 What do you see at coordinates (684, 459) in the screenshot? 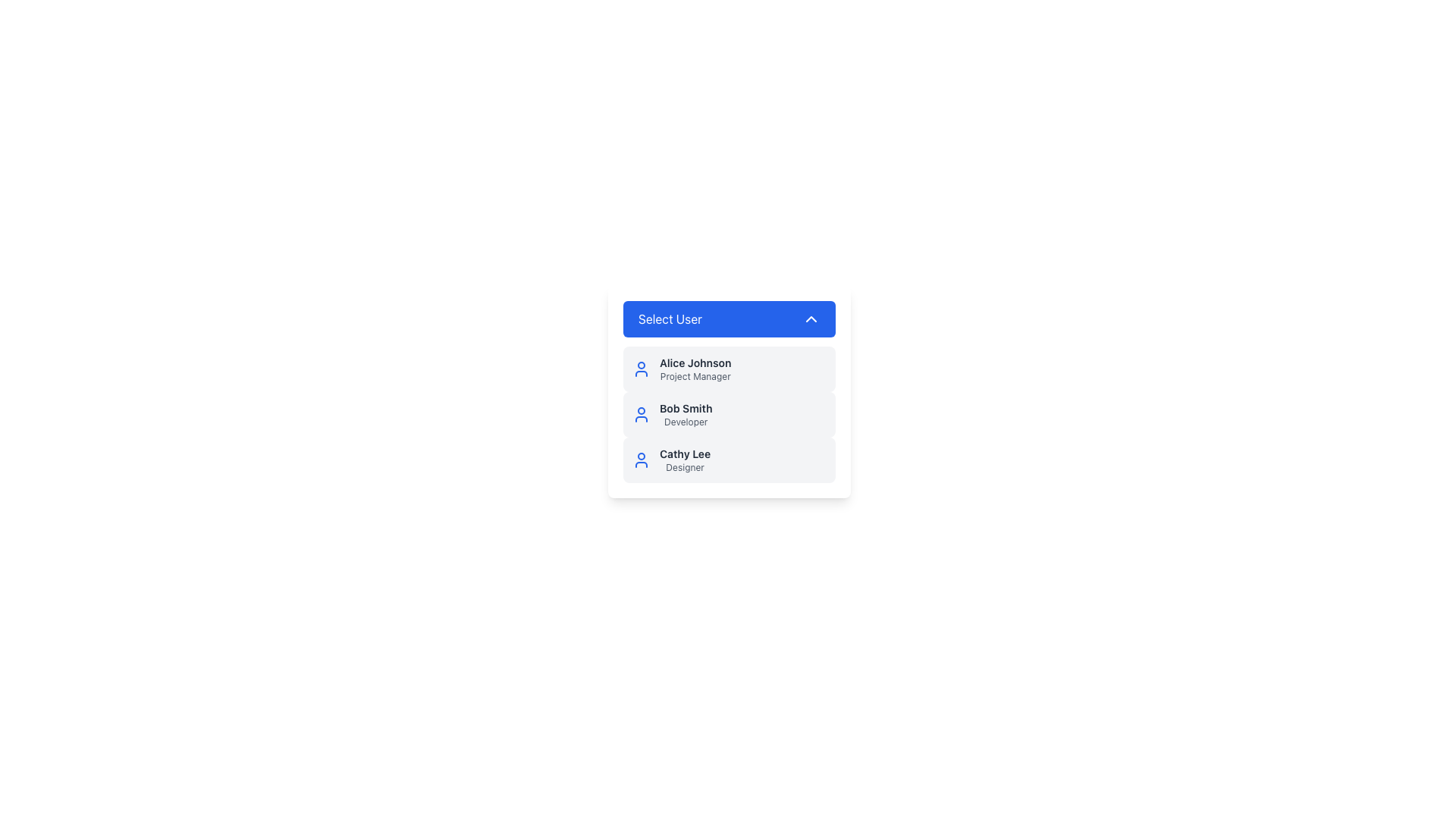
I see `the text label displaying the name and job title of the user in the third row of the user selection menu` at bounding box center [684, 459].